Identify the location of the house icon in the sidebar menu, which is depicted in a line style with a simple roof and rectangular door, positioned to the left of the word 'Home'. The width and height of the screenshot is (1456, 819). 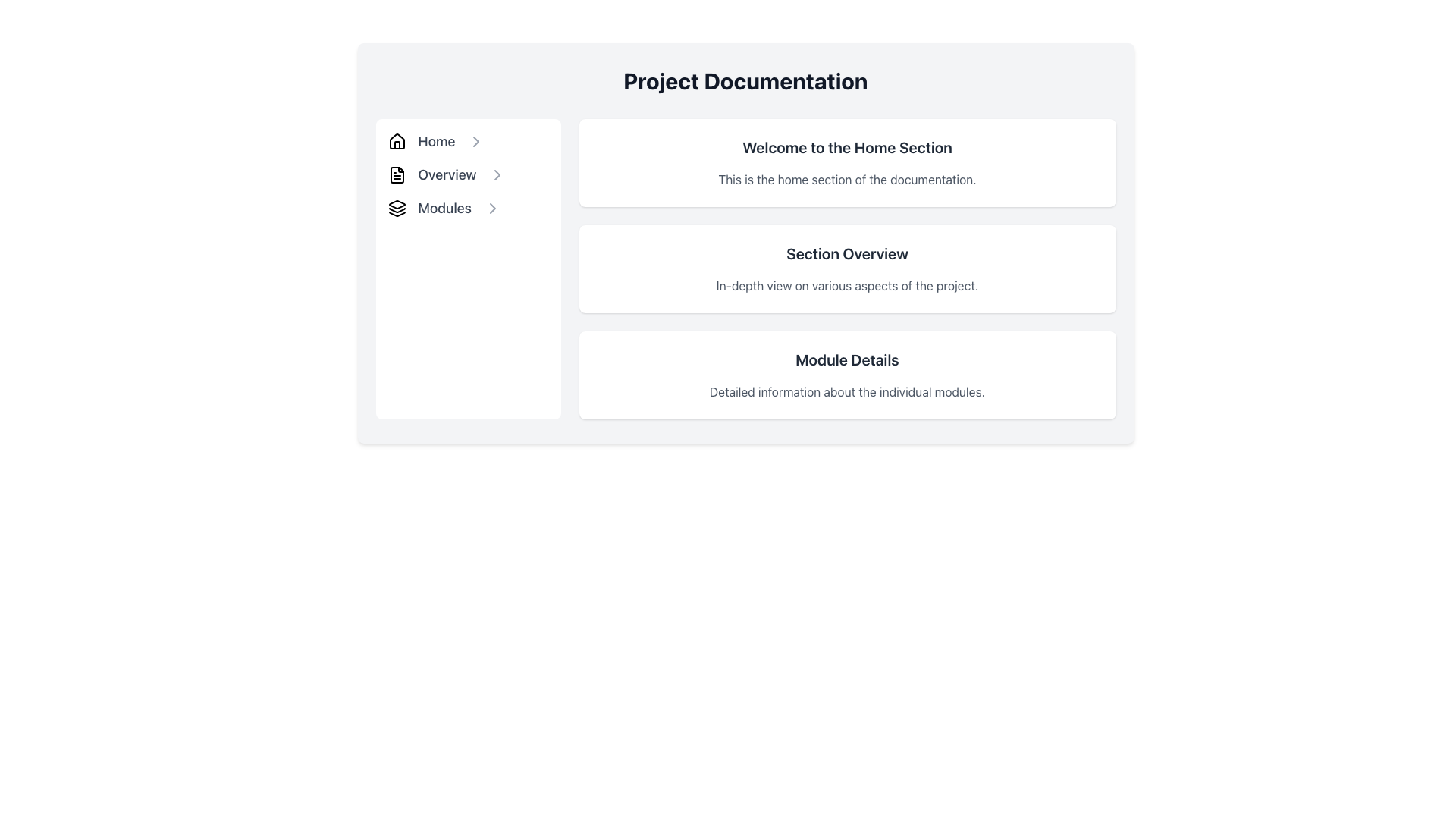
(397, 141).